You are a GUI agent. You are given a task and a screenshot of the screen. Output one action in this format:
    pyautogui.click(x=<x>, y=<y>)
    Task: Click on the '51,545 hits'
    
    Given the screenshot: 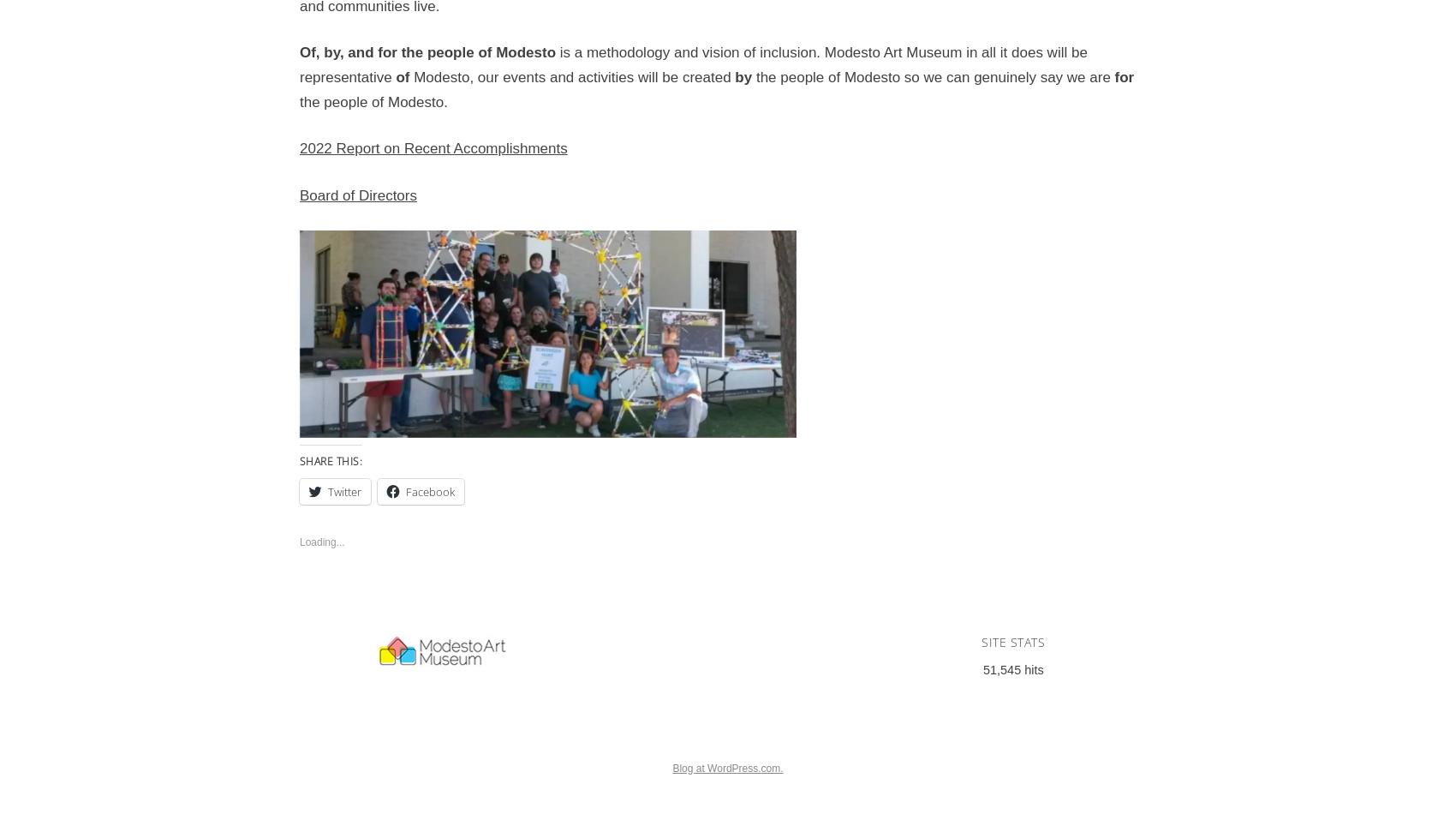 What is the action you would take?
    pyautogui.click(x=983, y=668)
    